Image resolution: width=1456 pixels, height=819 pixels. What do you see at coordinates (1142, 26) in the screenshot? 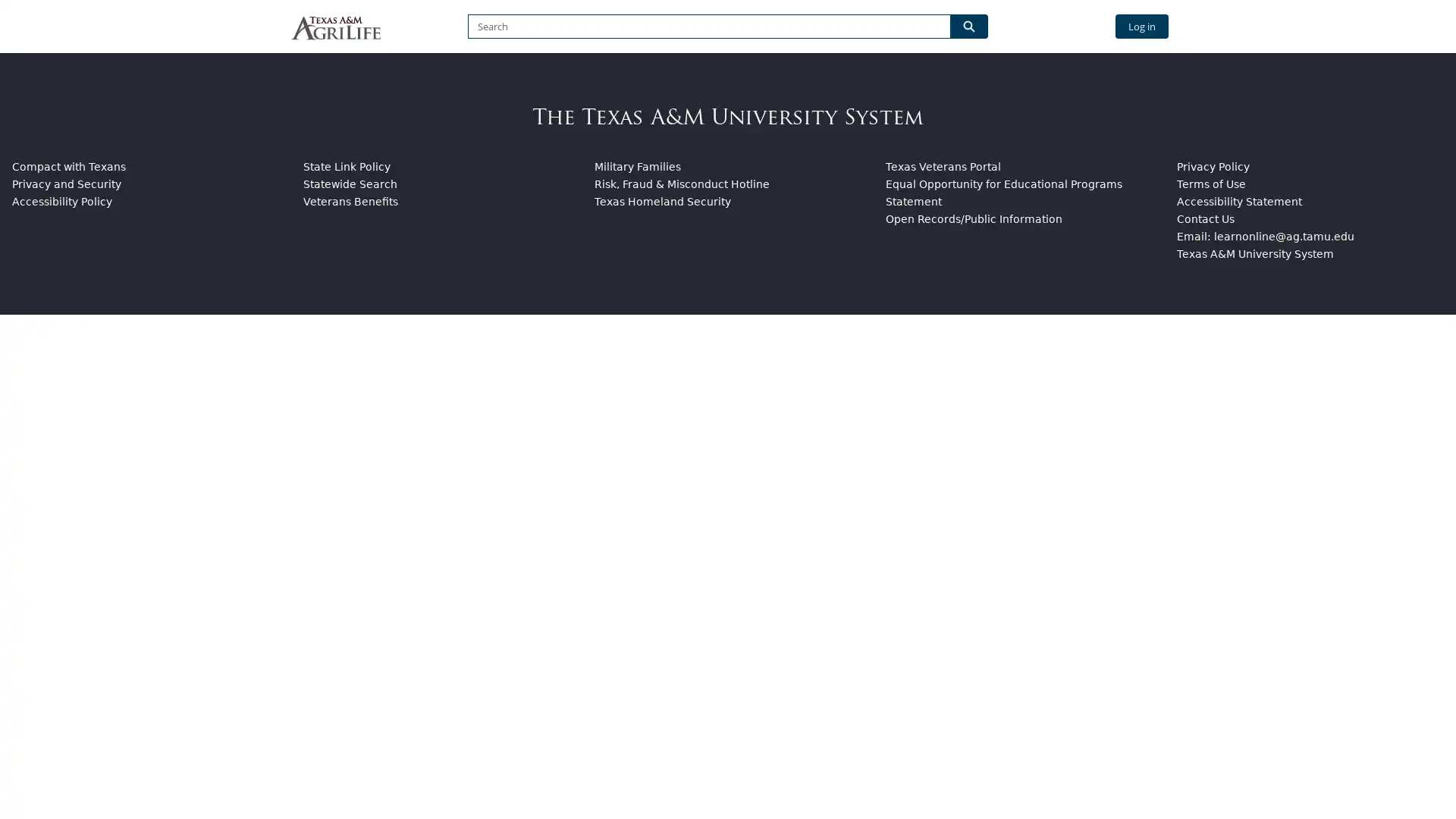
I see `Log in` at bounding box center [1142, 26].